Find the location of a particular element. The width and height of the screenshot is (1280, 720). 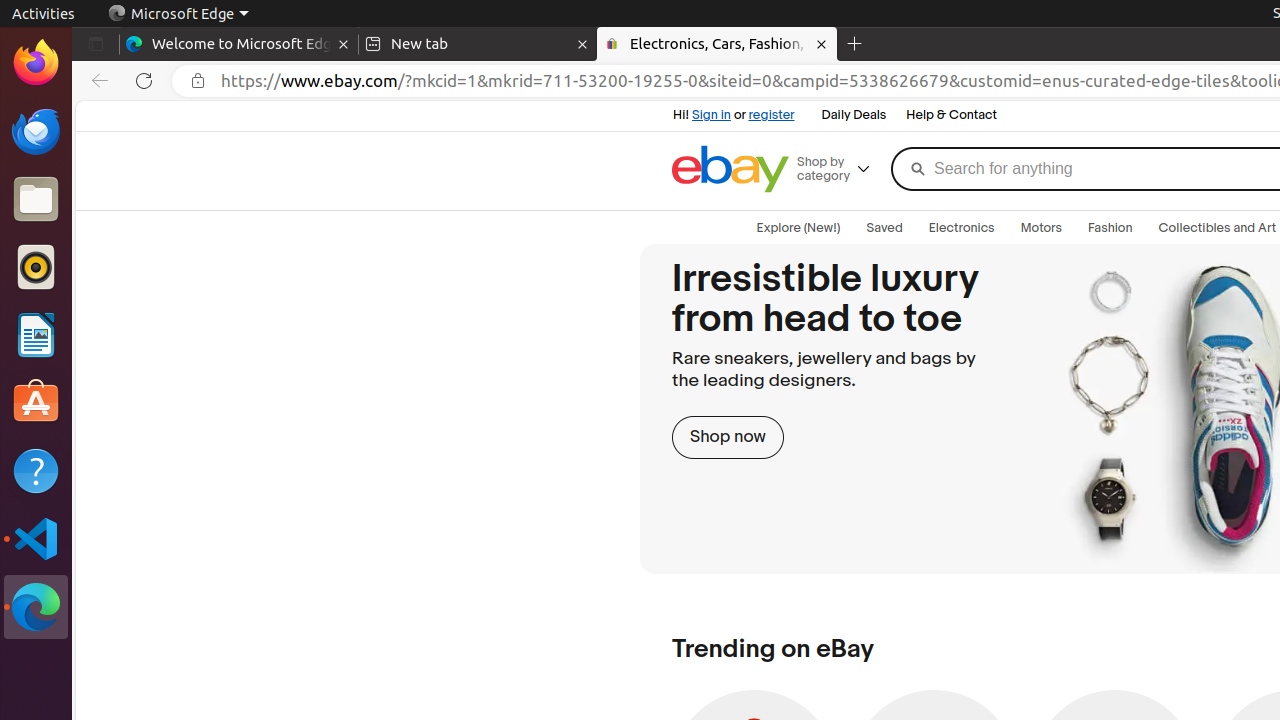

'eBay Home' is located at coordinates (729, 167).